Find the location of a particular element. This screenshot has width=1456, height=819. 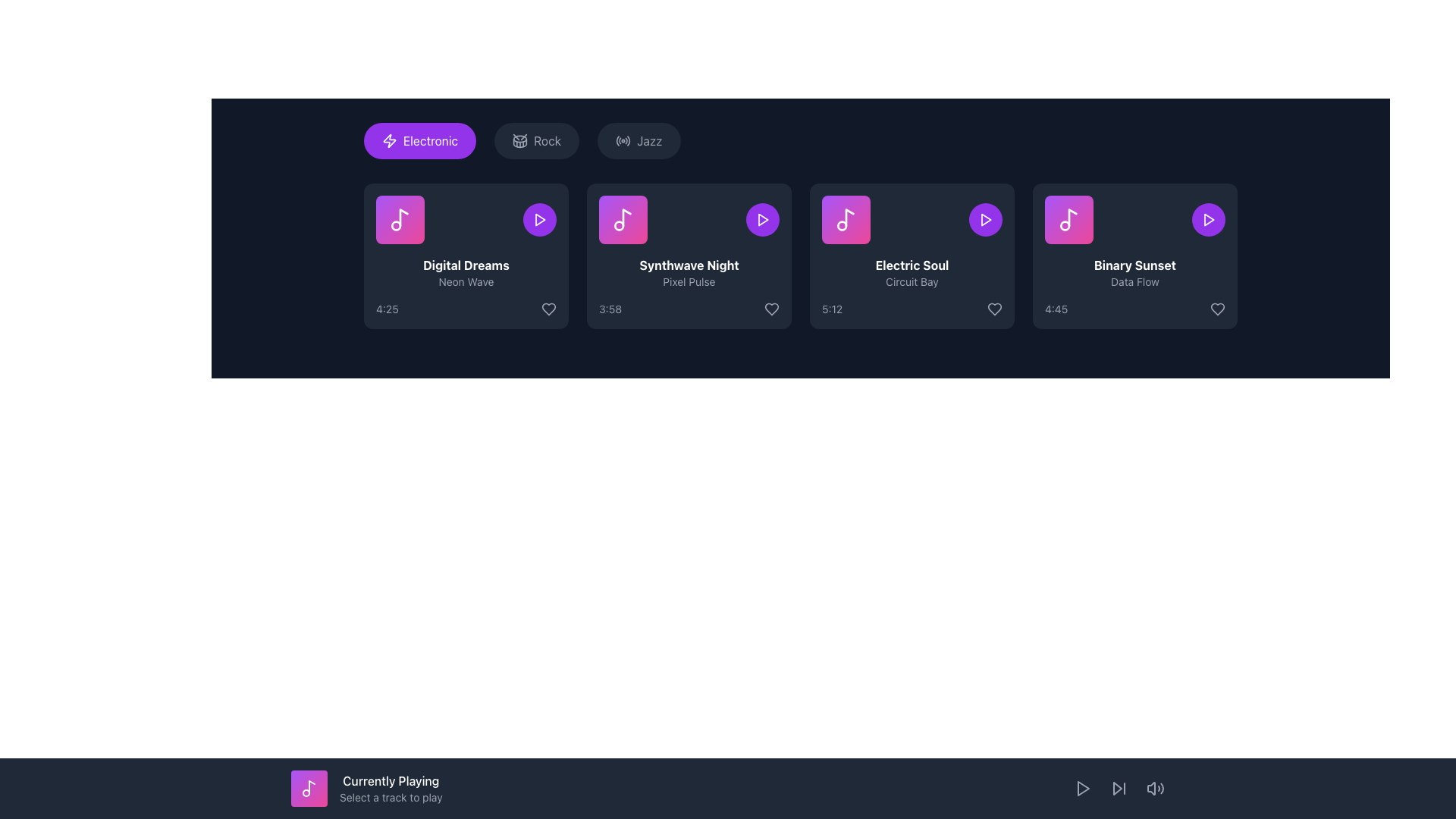

the 'like' or 'favorite' button located at the bottom-right corner of the card for the track 'Digital Dreams' by 'Neon Wave' to observe the color change is located at coordinates (548, 309).